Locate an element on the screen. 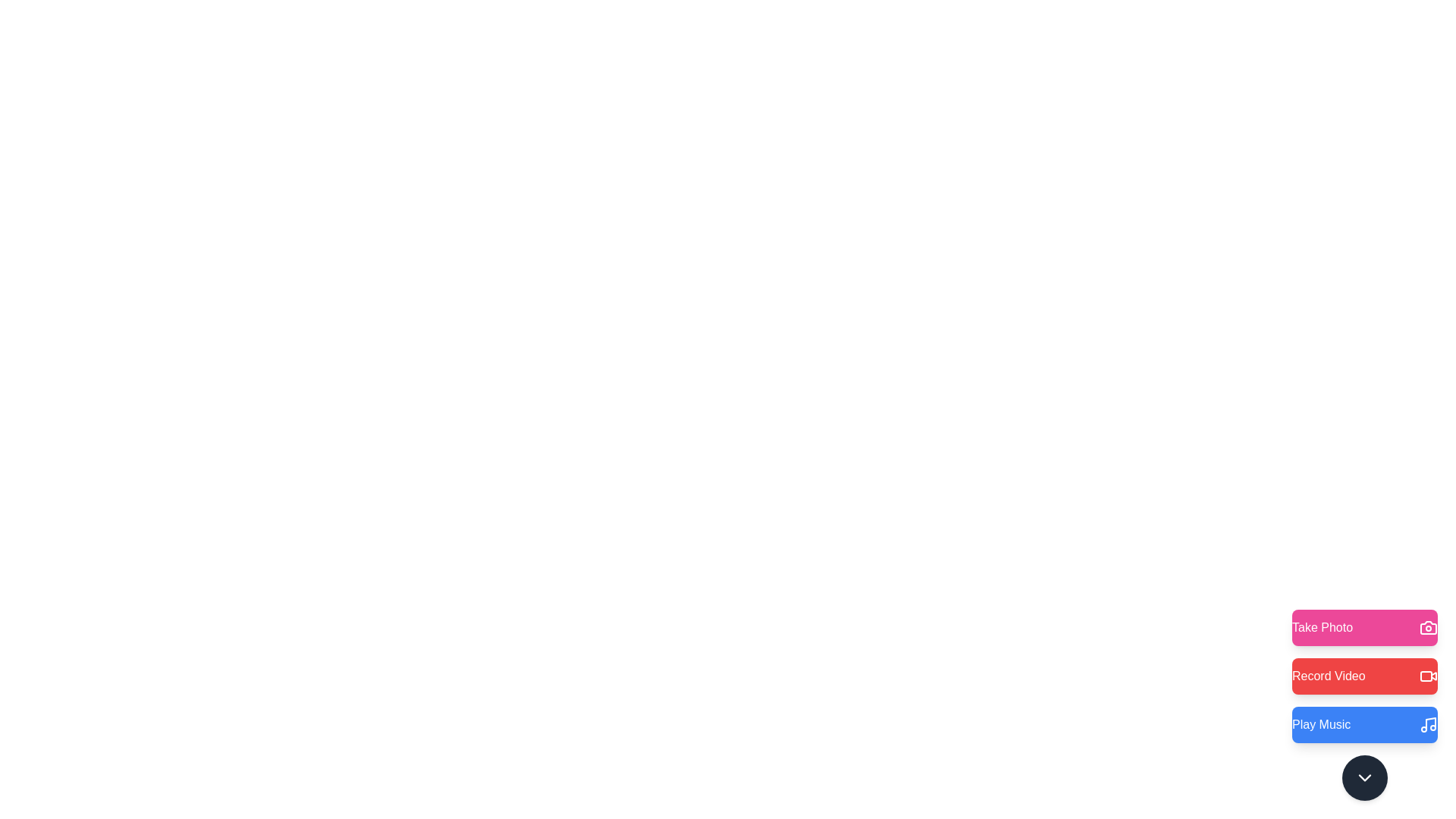 The image size is (1456, 819). button with the downward chevron icon to collapse the menu is located at coordinates (1365, 778).